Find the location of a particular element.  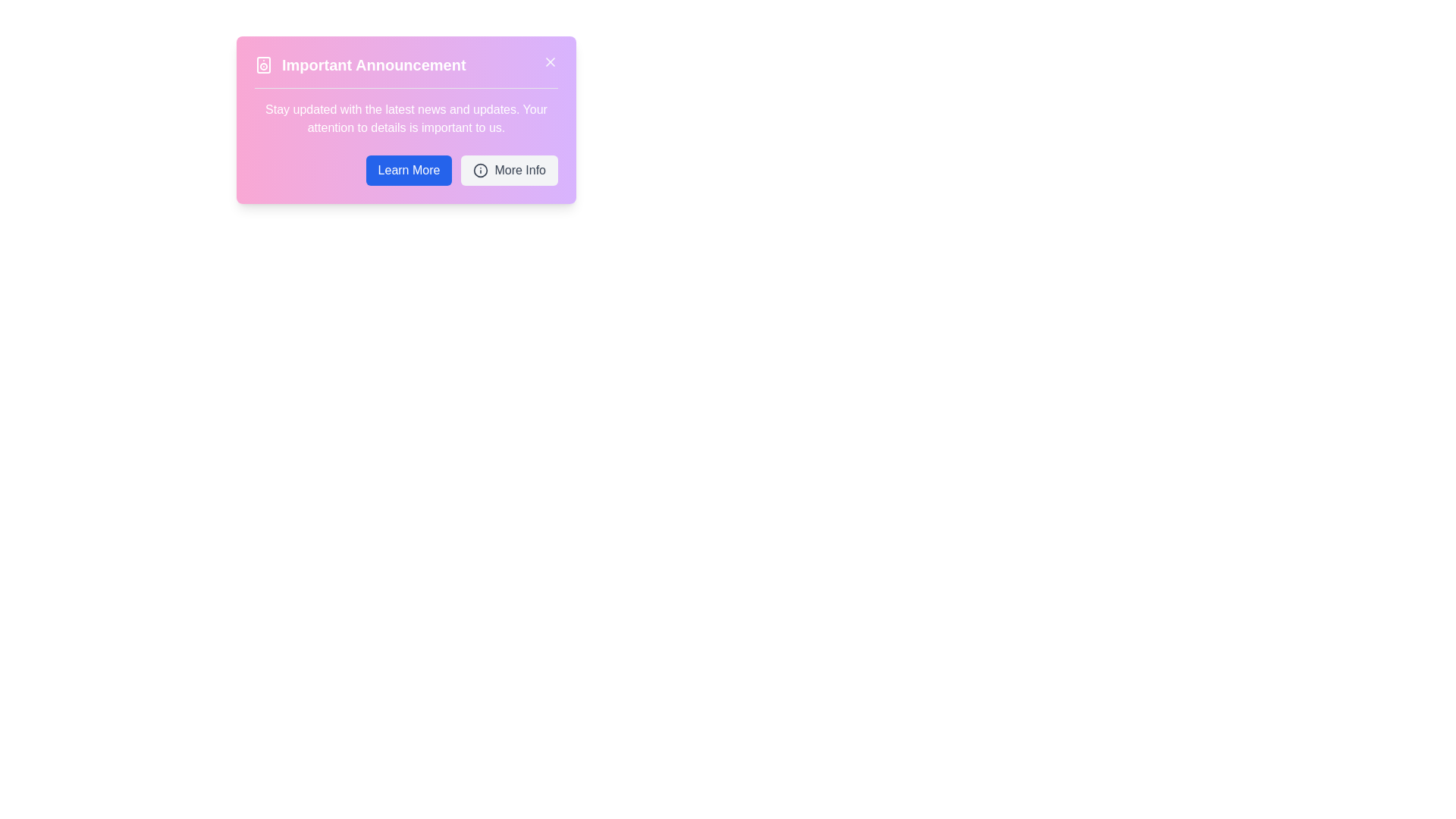

the 'Important Announcement' text label with a speaker icon for accessibility is located at coordinates (359, 64).